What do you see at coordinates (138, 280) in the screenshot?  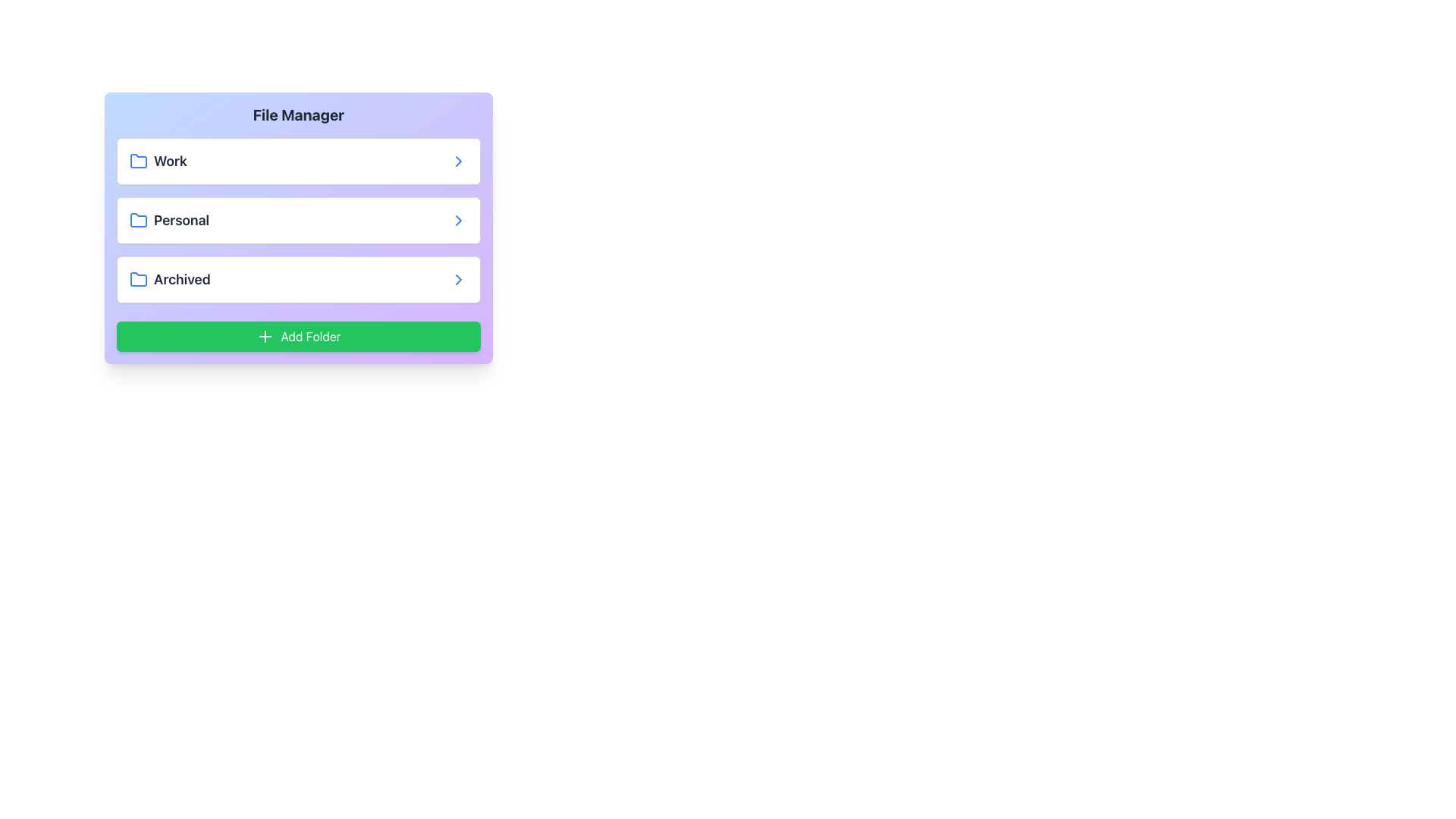 I see `the blue-colored folder icon located to the left of the 'Archived' label in the file manager interface` at bounding box center [138, 280].